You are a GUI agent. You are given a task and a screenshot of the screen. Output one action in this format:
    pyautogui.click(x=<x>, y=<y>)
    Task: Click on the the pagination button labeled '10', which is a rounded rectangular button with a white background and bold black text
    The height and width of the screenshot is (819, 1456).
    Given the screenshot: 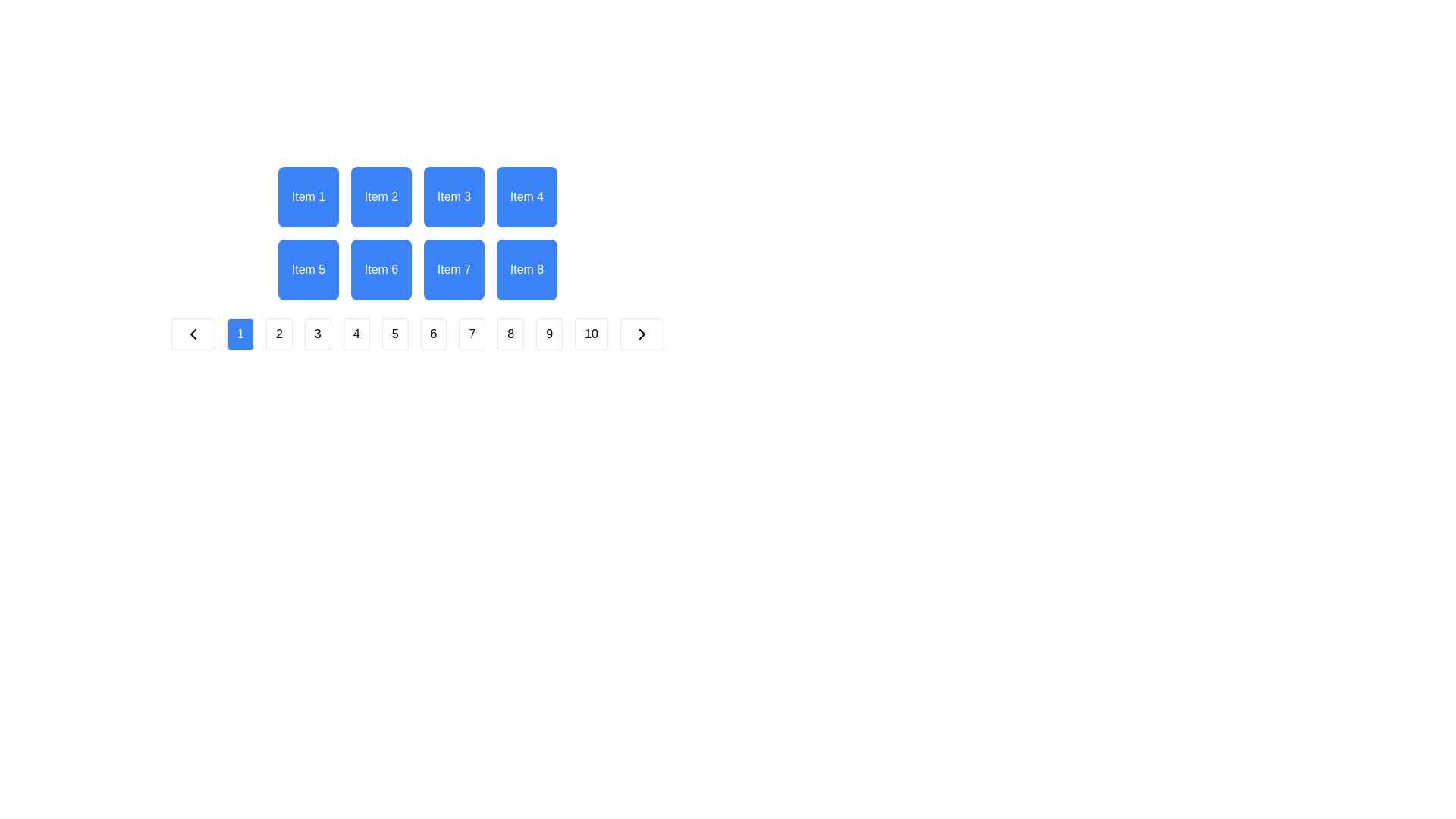 What is the action you would take?
    pyautogui.click(x=591, y=333)
    